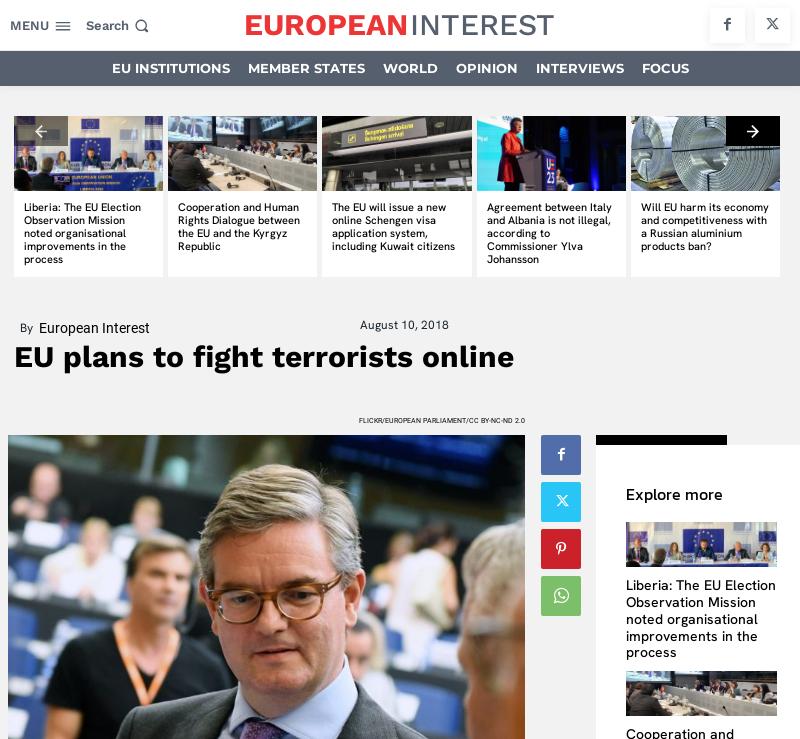 This screenshot has height=739, width=800. I want to click on 'European Interest', so click(94, 327).